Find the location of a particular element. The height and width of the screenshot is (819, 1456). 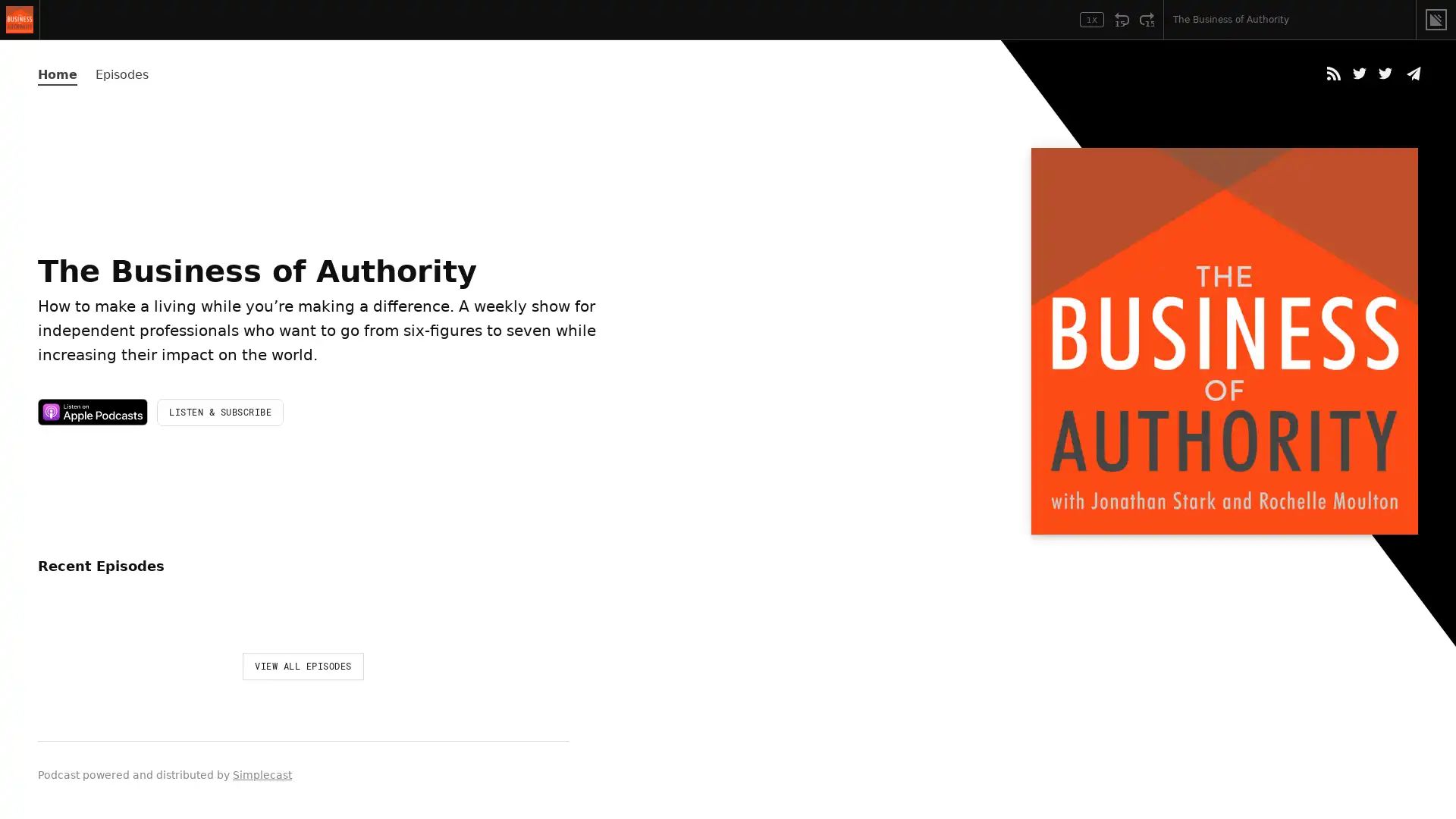

Fast Forward 15 Seconds is located at coordinates (1147, 20).